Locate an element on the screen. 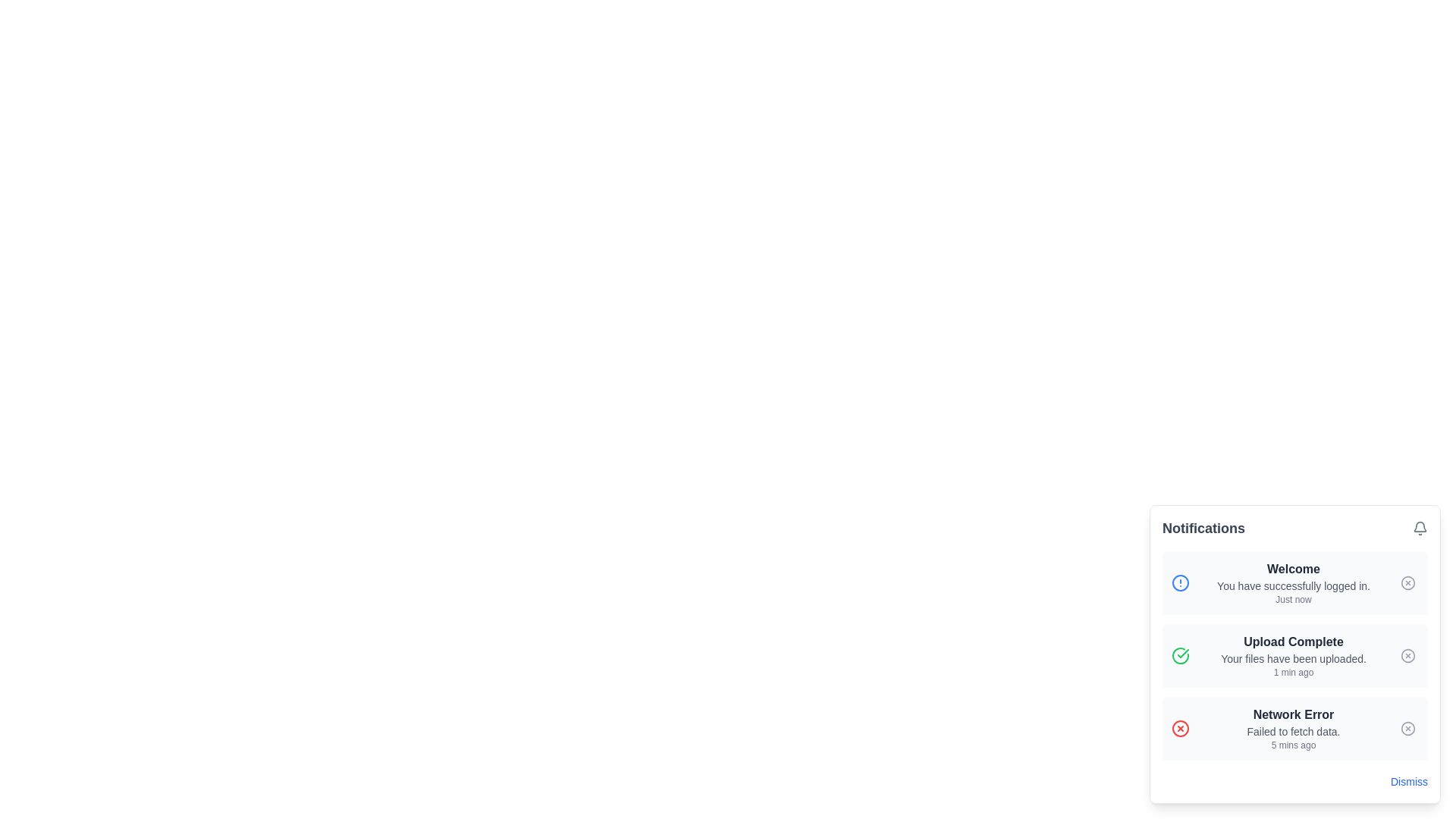  the white circle with a thin dark outline located to the right of the 'Upload Complete' notification in the bottom-right corner of the notification panel is located at coordinates (1407, 654).